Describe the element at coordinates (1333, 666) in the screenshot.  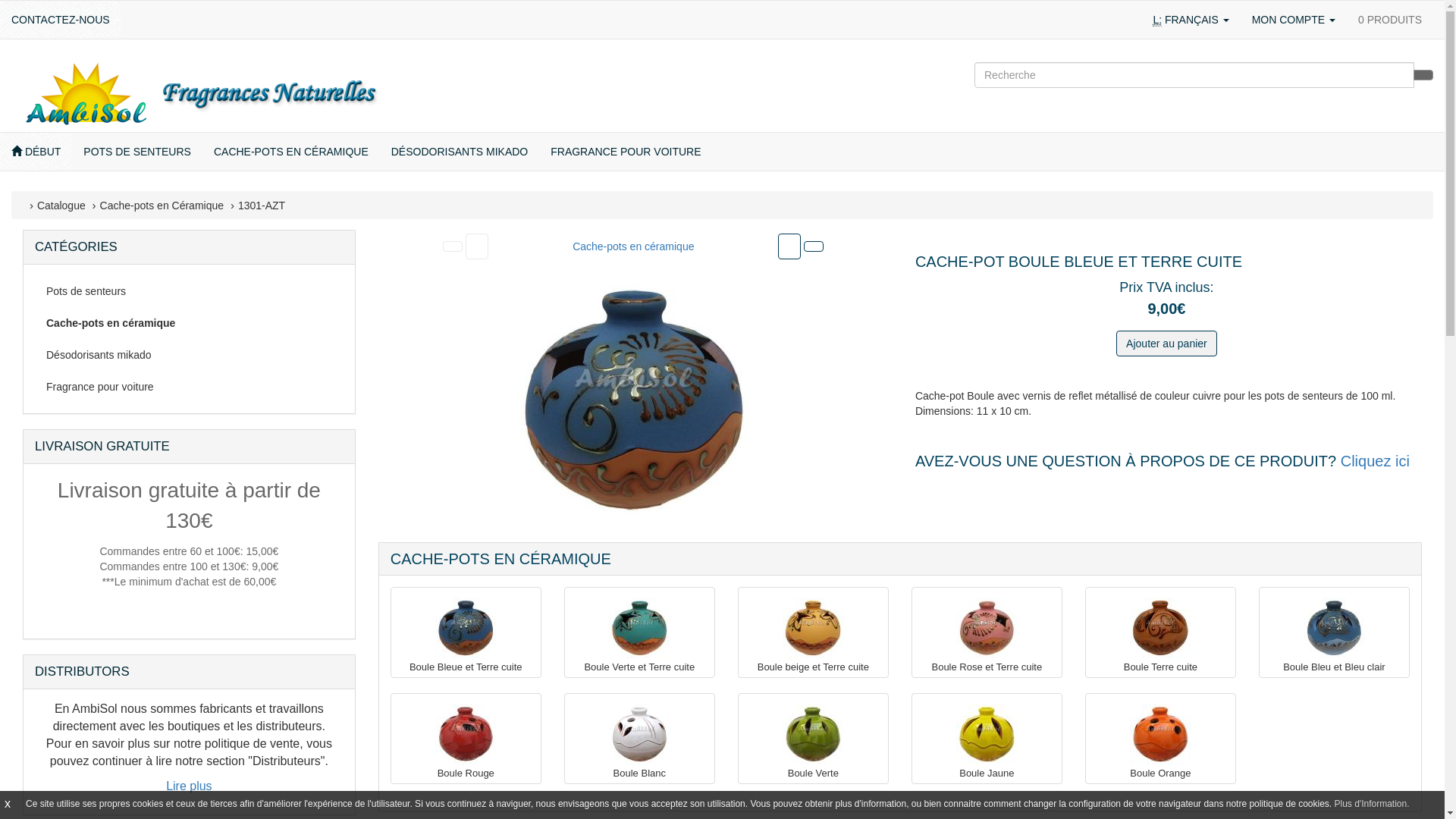
I see `'Boule Bleu et Bleu clair'` at that location.